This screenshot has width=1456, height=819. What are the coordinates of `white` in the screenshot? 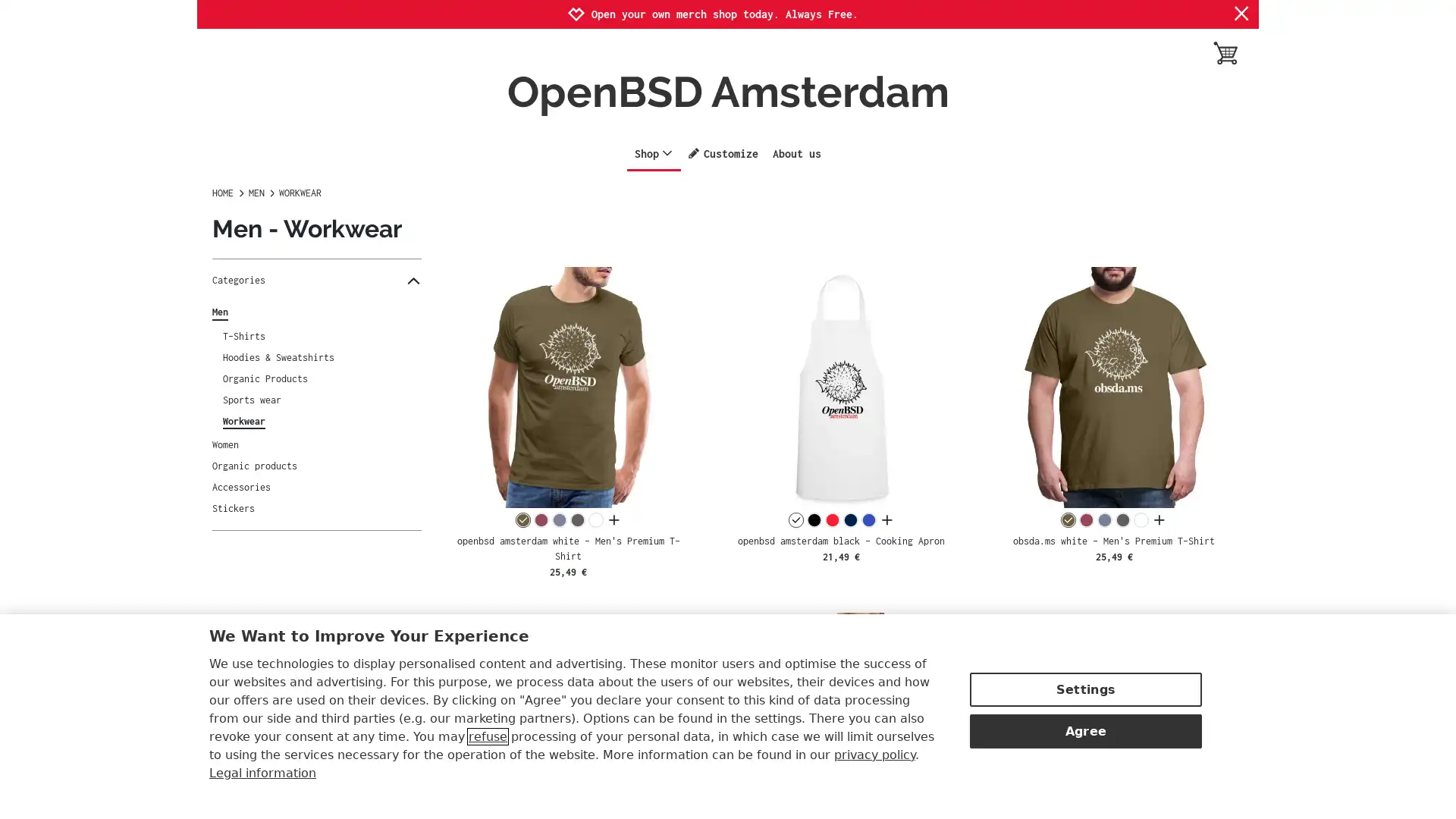 It's located at (595, 519).